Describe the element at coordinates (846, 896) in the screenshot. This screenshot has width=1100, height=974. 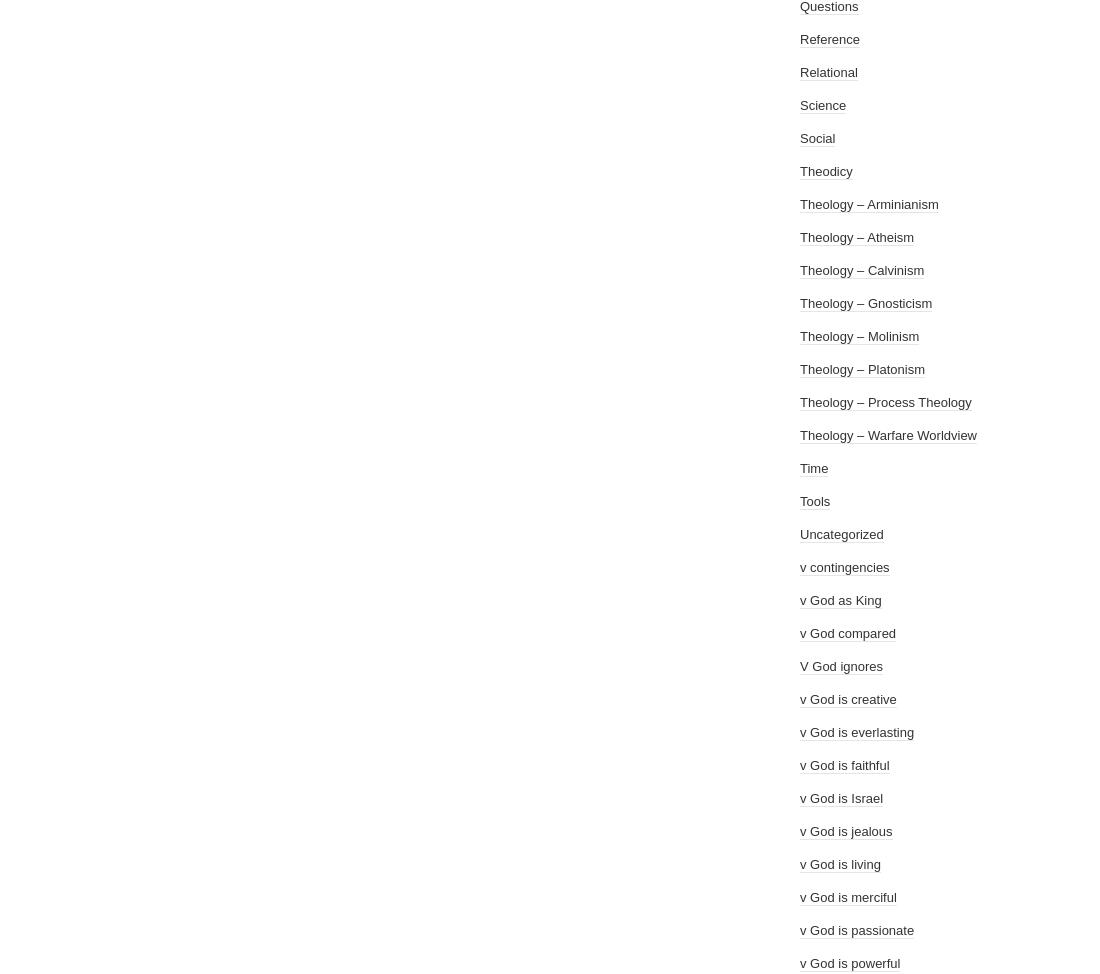
I see `'v God is merciful'` at that location.